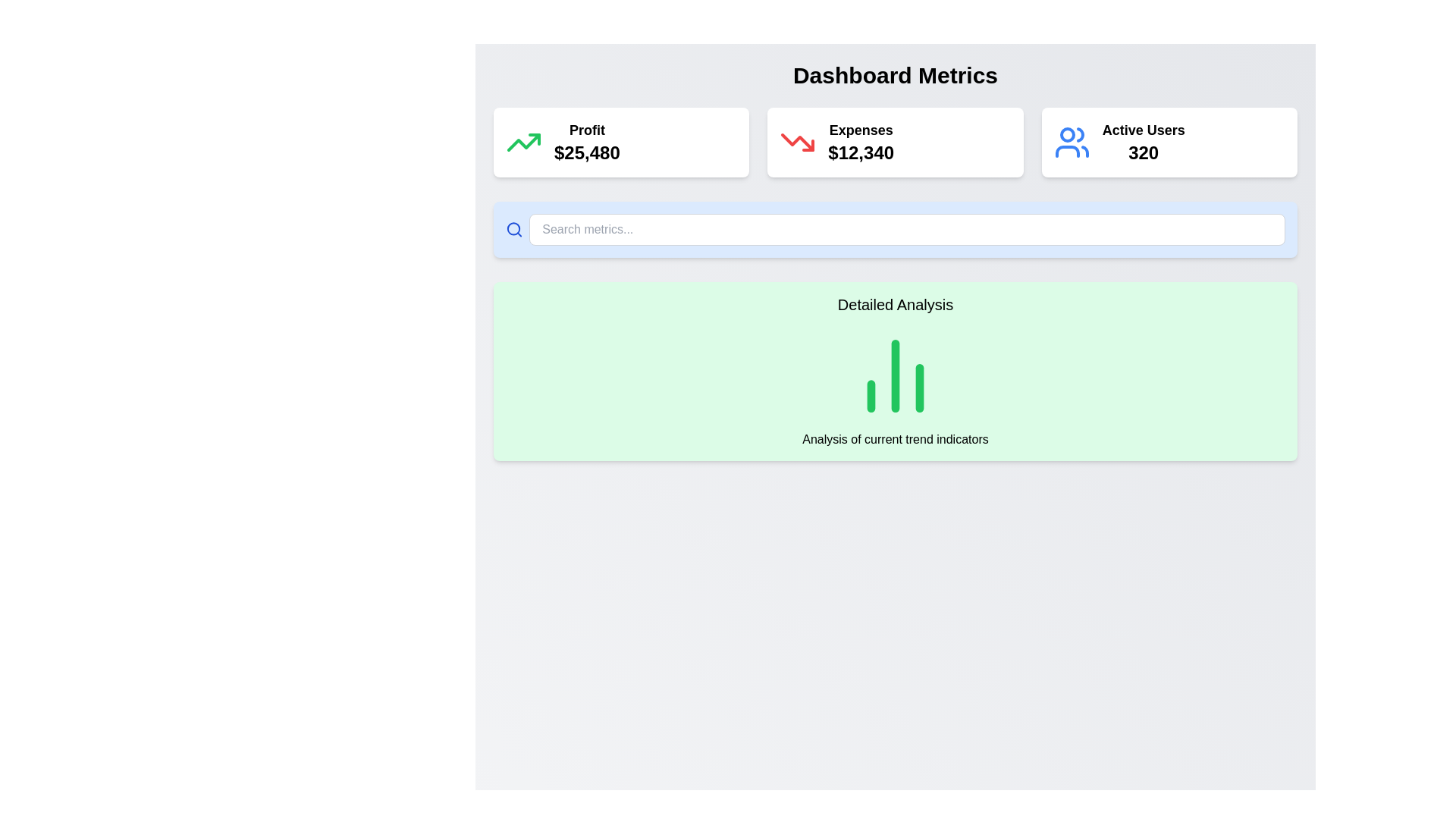 The height and width of the screenshot is (819, 1456). Describe the element at coordinates (586, 152) in the screenshot. I see `the static text label displaying the numerical value '$25,480' located under the title 'Profit' in the dashboard card` at that location.